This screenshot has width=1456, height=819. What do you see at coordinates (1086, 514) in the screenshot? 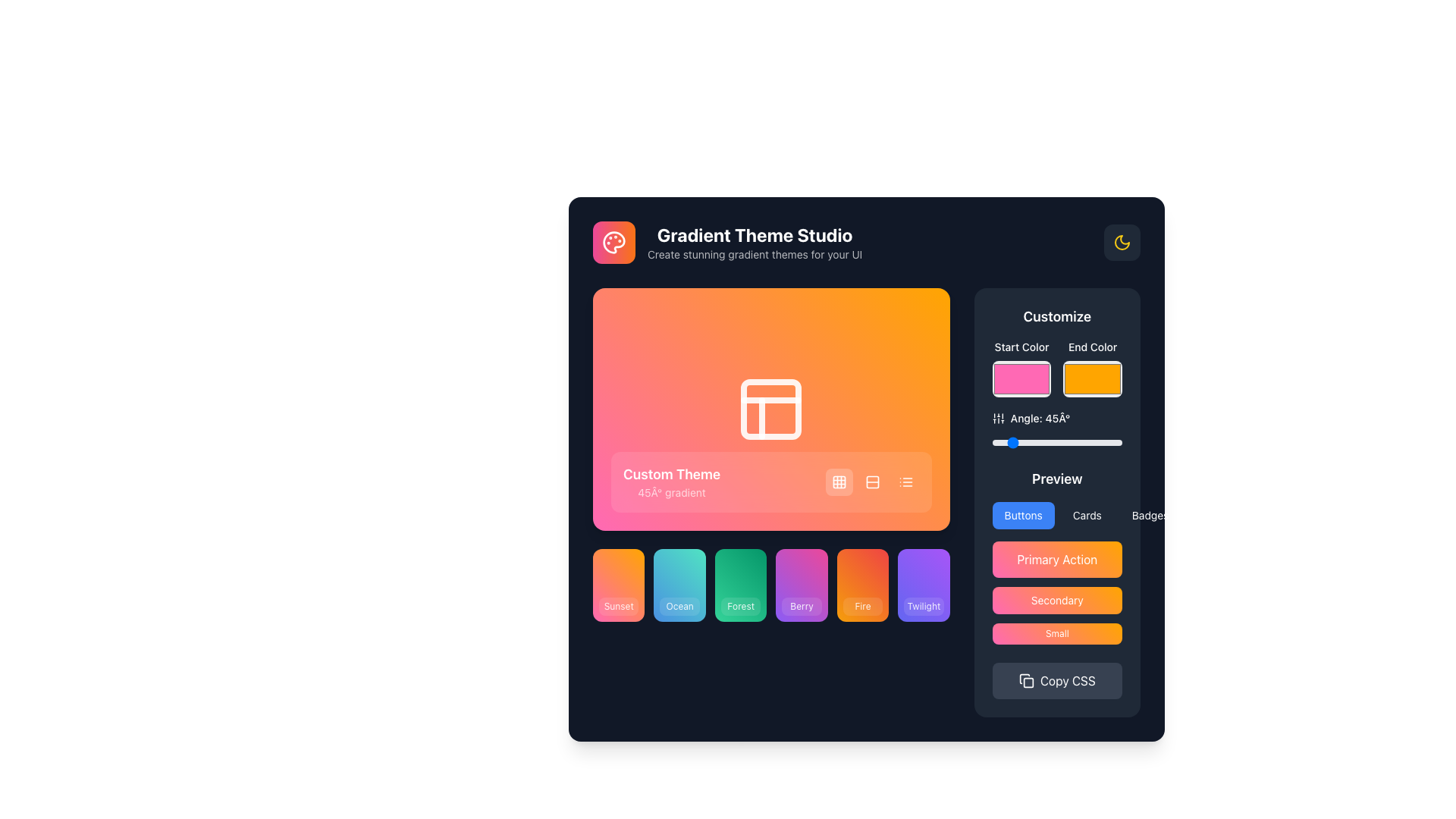
I see `the 'Cards' button, which is a dark button with white text located in the right column of the 'Preview' section, below the 'Customize' settings` at bounding box center [1086, 514].